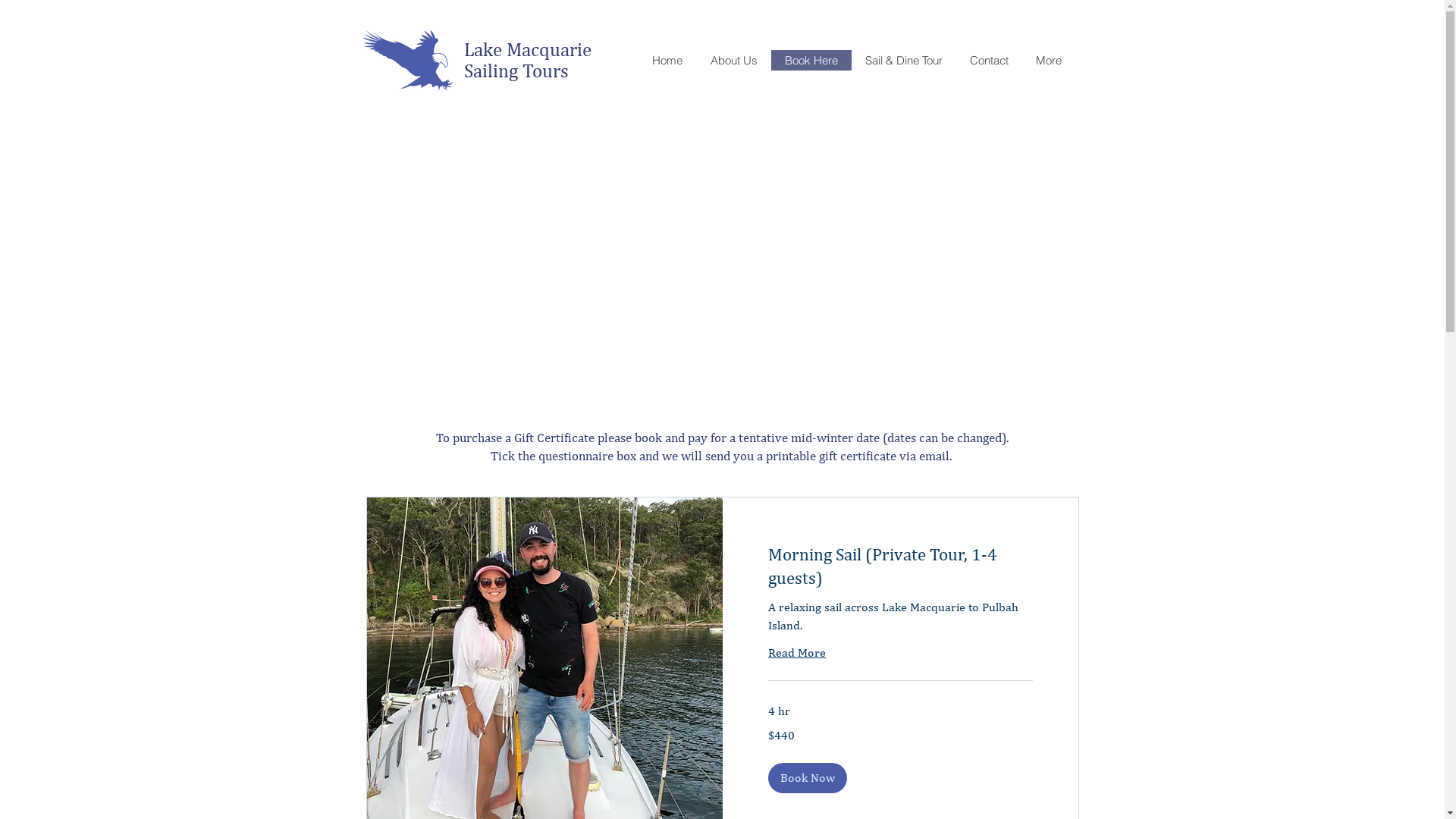 Image resolution: width=1456 pixels, height=819 pixels. What do you see at coordinates (899, 566) in the screenshot?
I see `'Morning Sail (Private Tour, 1-4 guests)'` at bounding box center [899, 566].